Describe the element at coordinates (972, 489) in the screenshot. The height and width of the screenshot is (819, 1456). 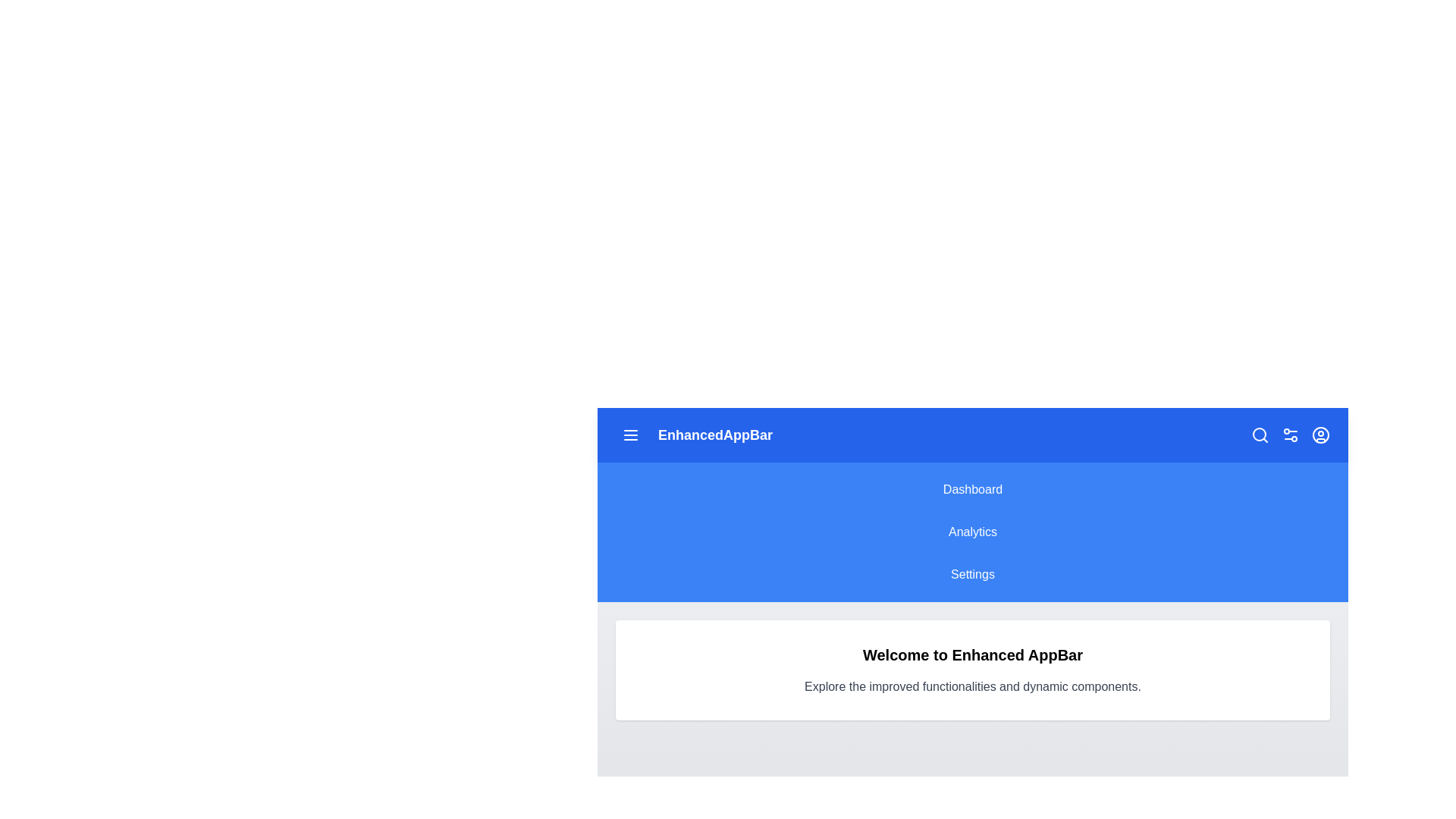
I see `the menu item Dashboard to observe its hover effect` at that location.